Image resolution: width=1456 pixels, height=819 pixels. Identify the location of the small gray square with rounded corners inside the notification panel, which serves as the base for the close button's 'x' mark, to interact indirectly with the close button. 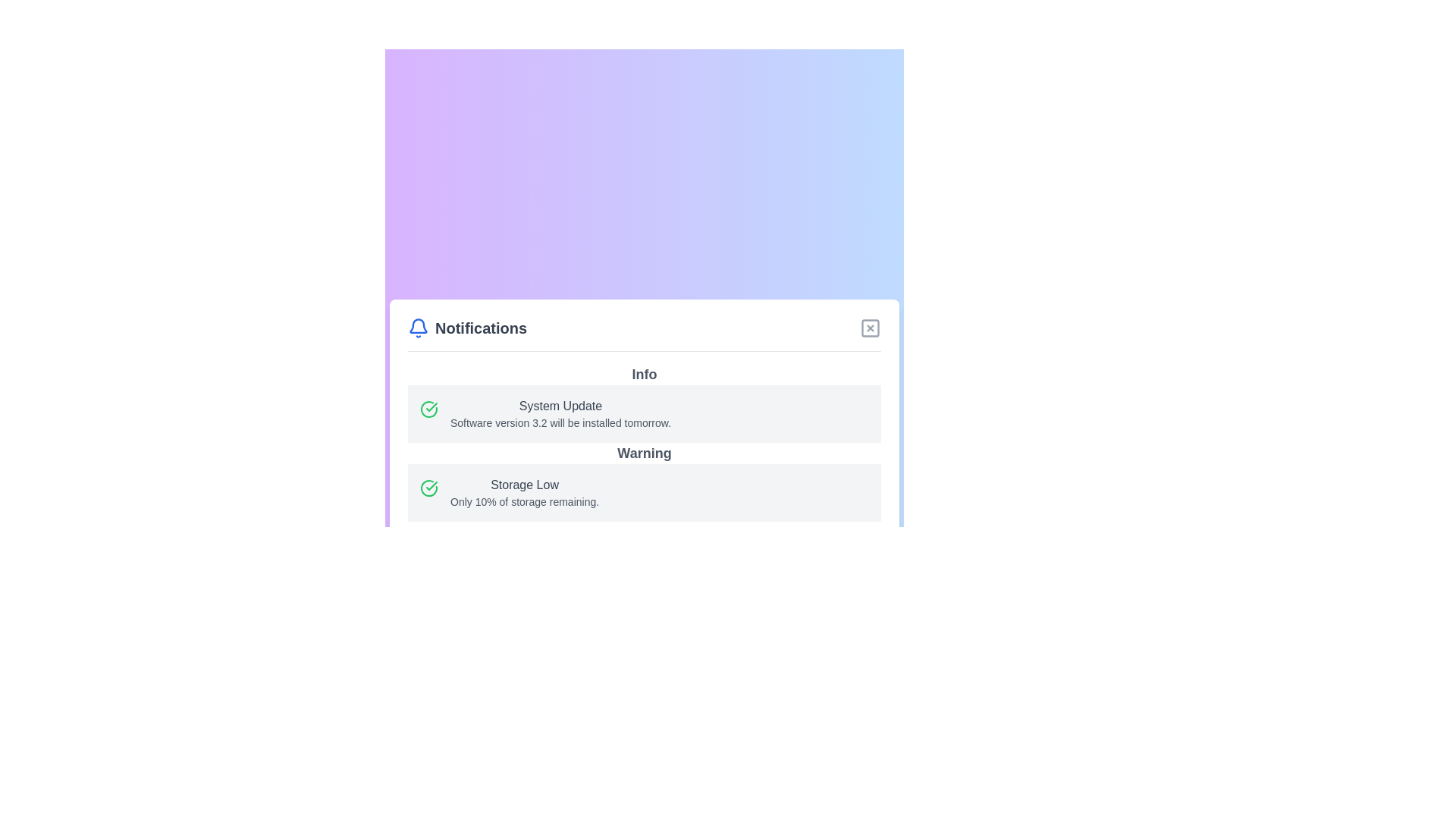
(870, 327).